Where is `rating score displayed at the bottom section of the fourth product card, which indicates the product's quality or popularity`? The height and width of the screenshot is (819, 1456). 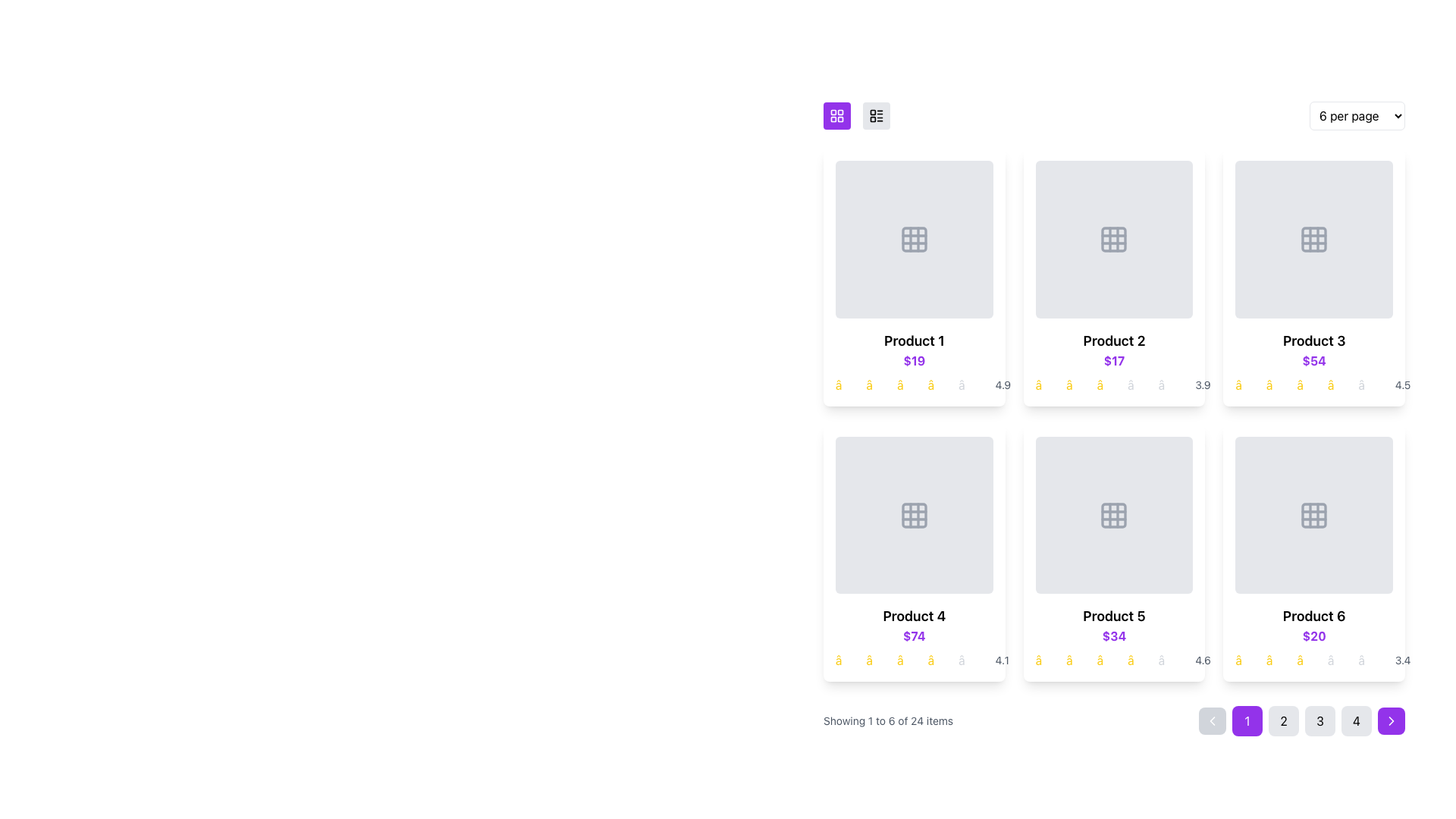
rating score displayed at the bottom section of the fourth product card, which indicates the product's quality or popularity is located at coordinates (1002, 660).